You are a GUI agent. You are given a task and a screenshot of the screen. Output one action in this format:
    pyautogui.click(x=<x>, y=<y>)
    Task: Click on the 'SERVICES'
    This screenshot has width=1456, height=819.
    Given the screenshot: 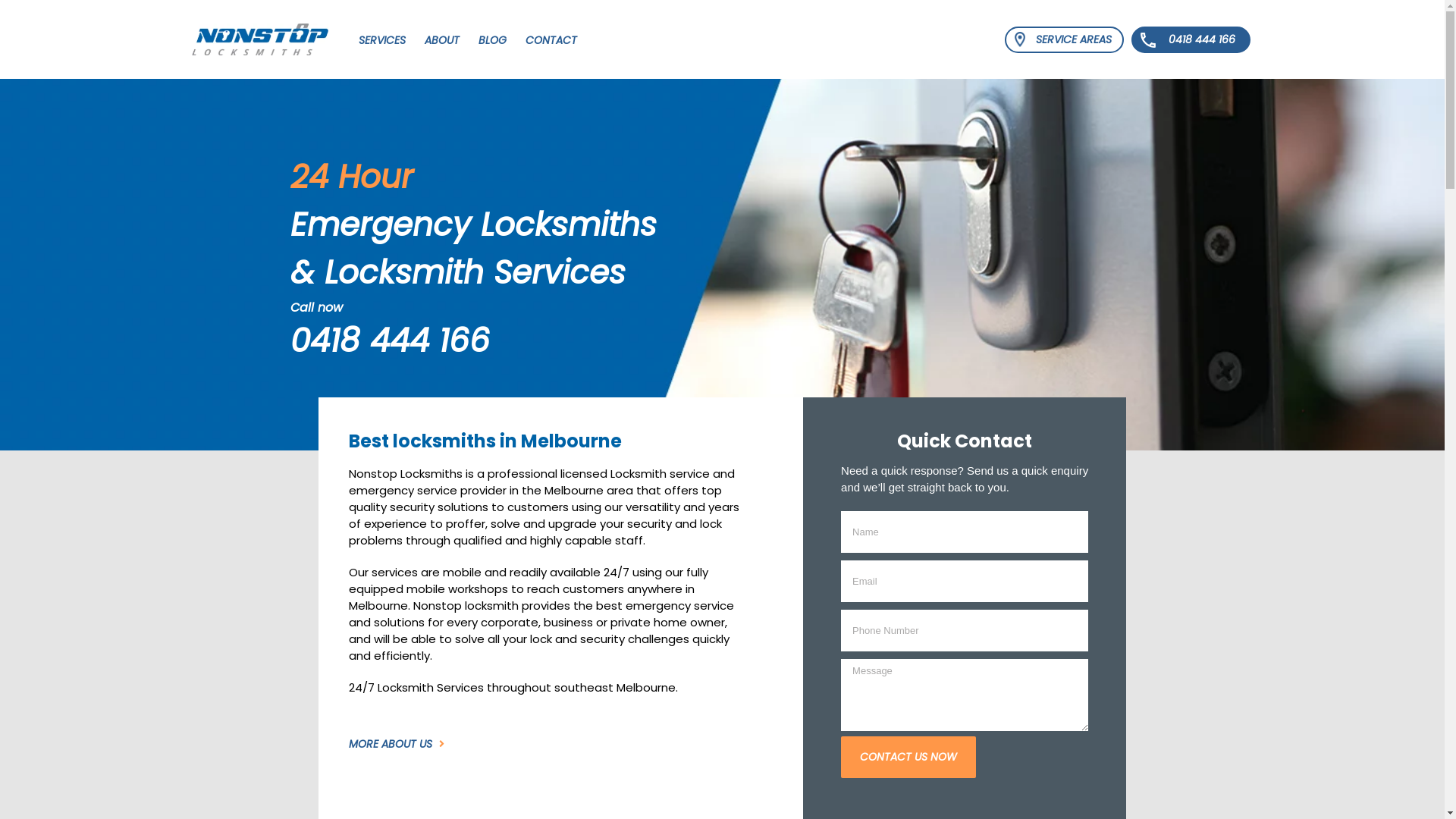 What is the action you would take?
    pyautogui.click(x=381, y=38)
    